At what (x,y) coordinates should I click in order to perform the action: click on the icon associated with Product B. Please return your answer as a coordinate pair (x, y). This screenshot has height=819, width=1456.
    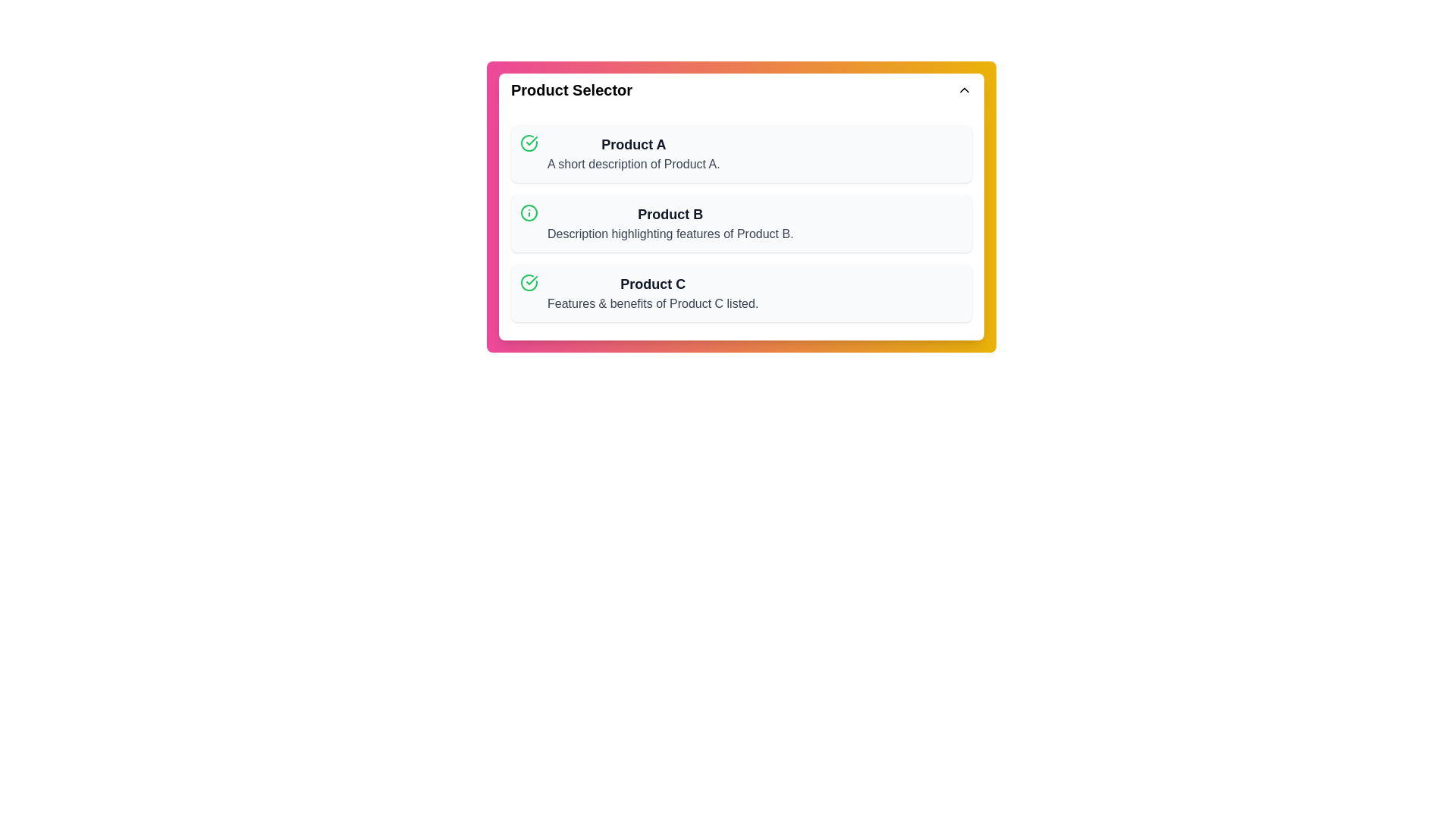
    Looking at the image, I should click on (529, 213).